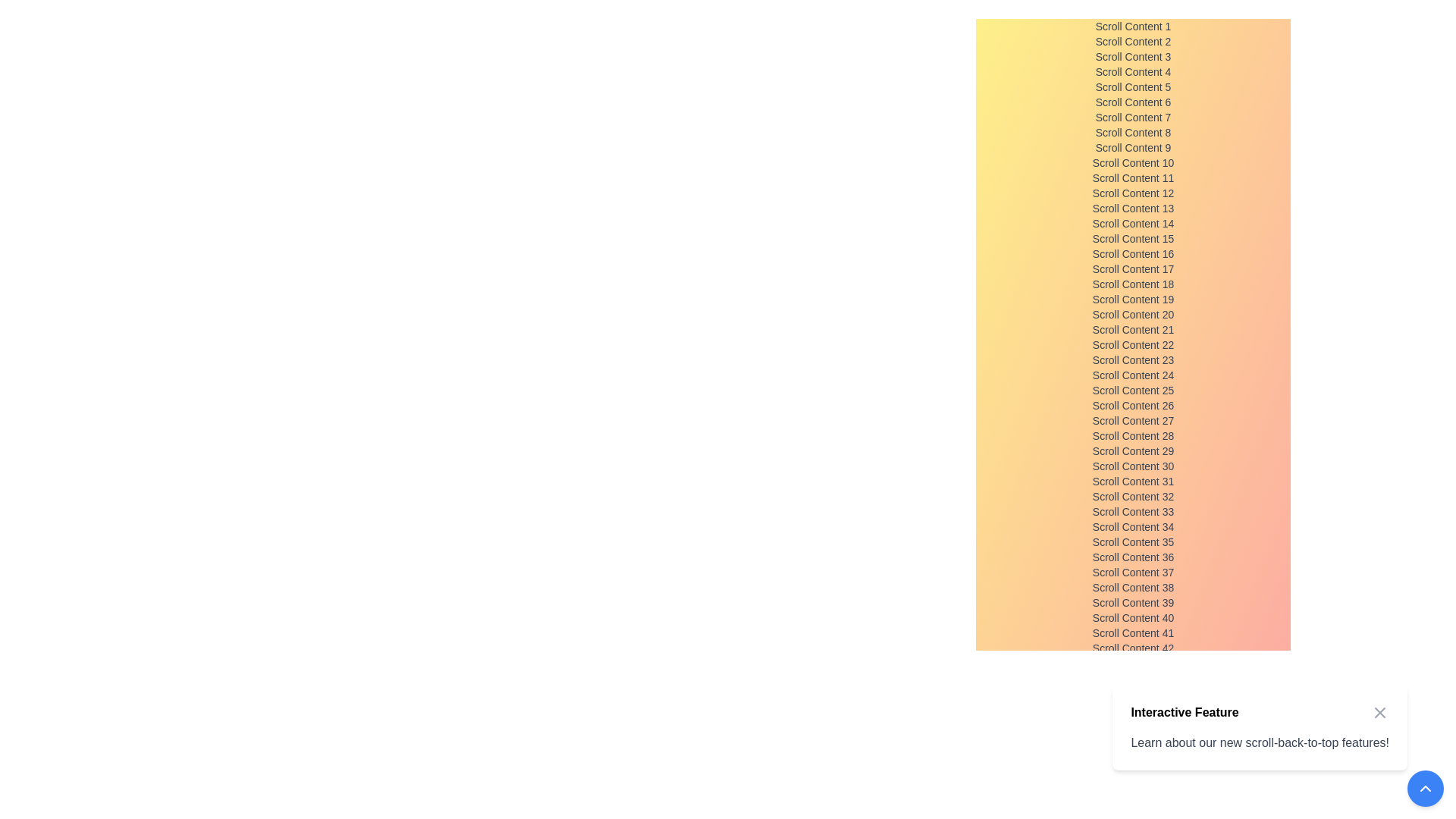 The height and width of the screenshot is (819, 1456). What do you see at coordinates (1133, 239) in the screenshot?
I see `the static text label that reads 'Scroll Content 15', which is styled with a gray font and positioned at the 15th position in a vertically scrollable list` at bounding box center [1133, 239].